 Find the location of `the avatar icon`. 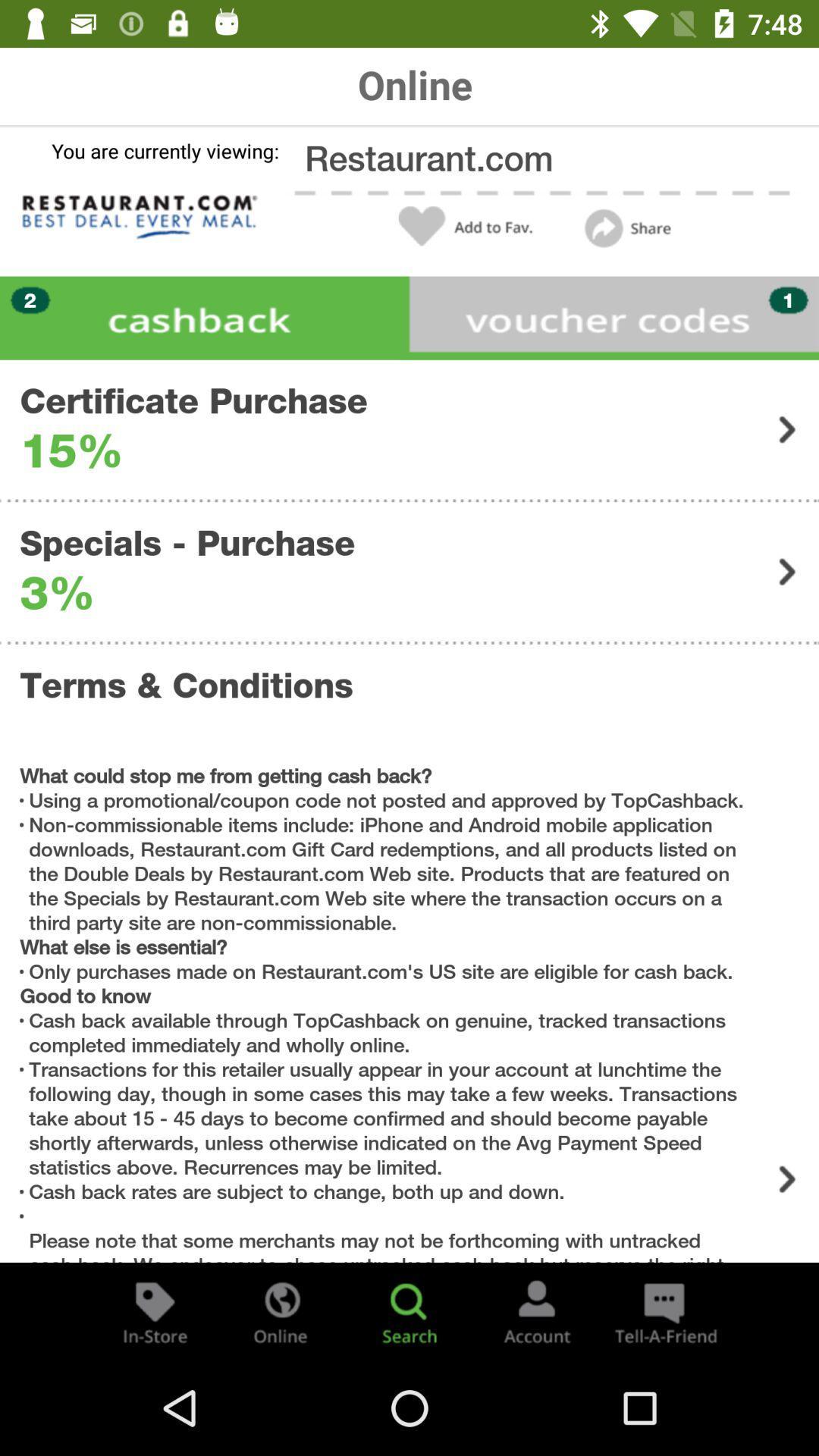

the avatar icon is located at coordinates (536, 1310).